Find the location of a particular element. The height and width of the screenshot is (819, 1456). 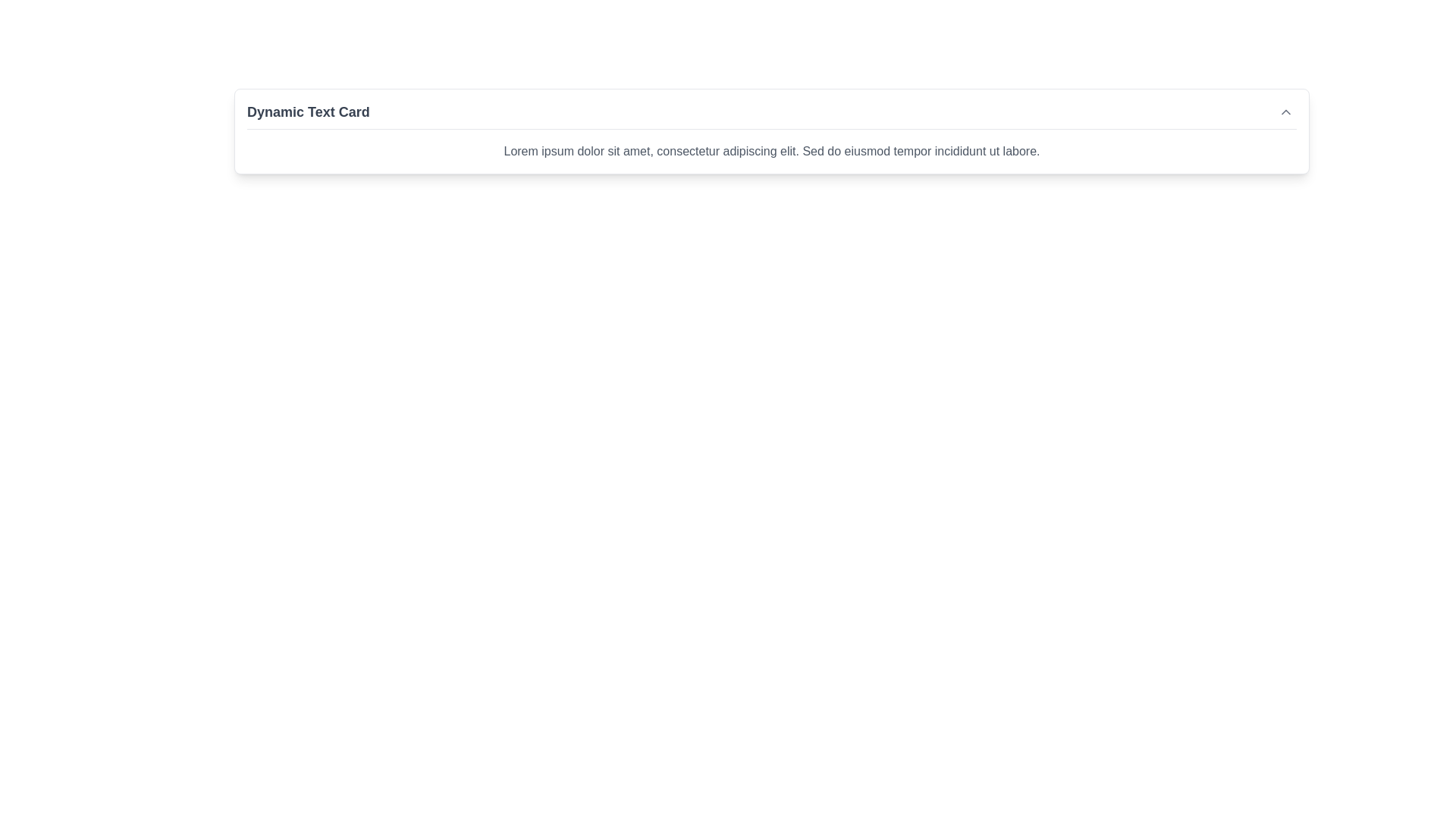

the text label displaying 'Dynamic Text Card', which is styled with a bold, larger font size and a gray color, located on the left side of the horizontal bar at the top of the card-like section is located at coordinates (307, 111).